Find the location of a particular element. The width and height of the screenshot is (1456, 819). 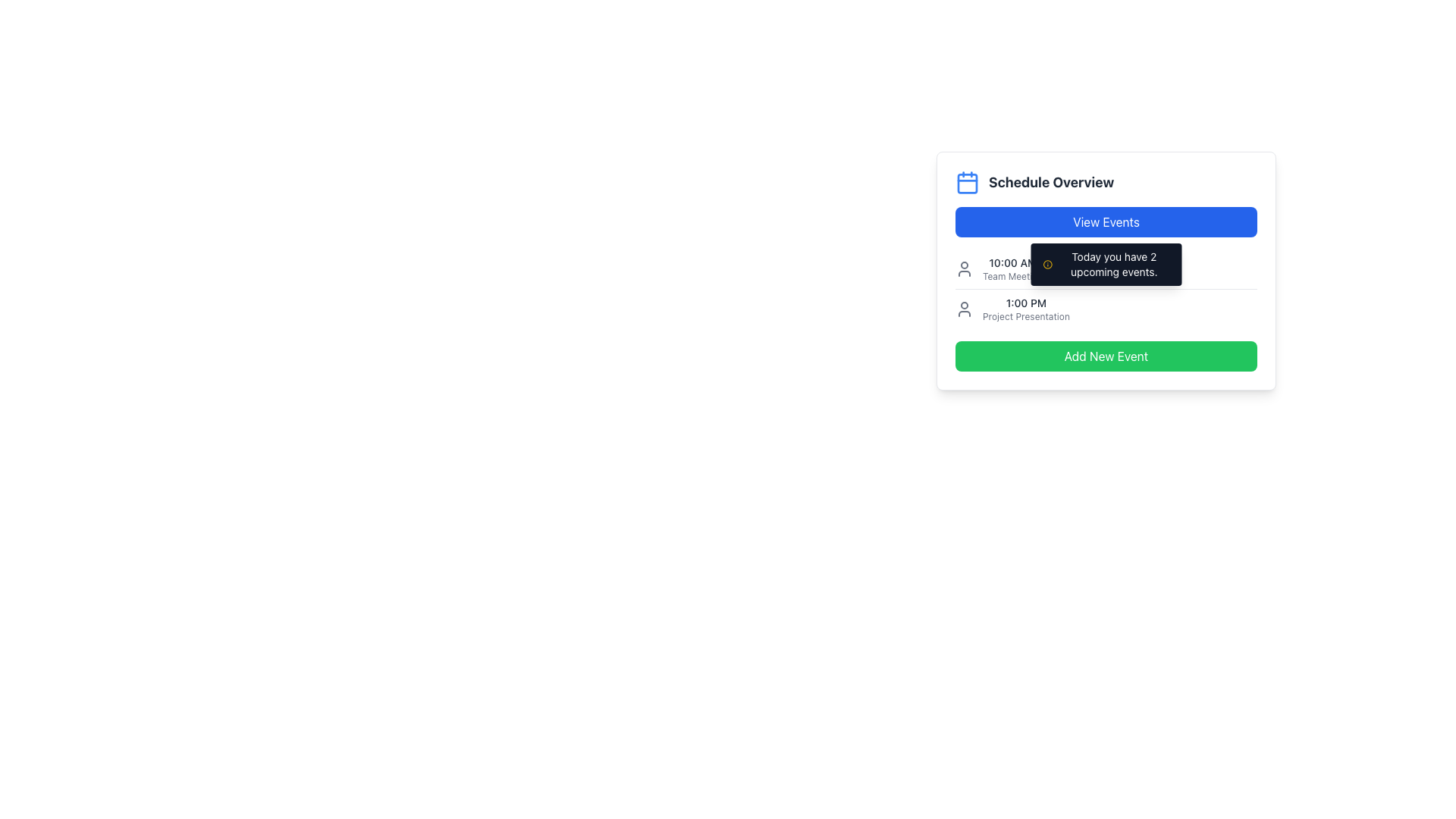

the 'Schedule Overview' text element, which is styled in bold dark gray and positioned to the right of a calendar icon in the heading bar is located at coordinates (1050, 181).